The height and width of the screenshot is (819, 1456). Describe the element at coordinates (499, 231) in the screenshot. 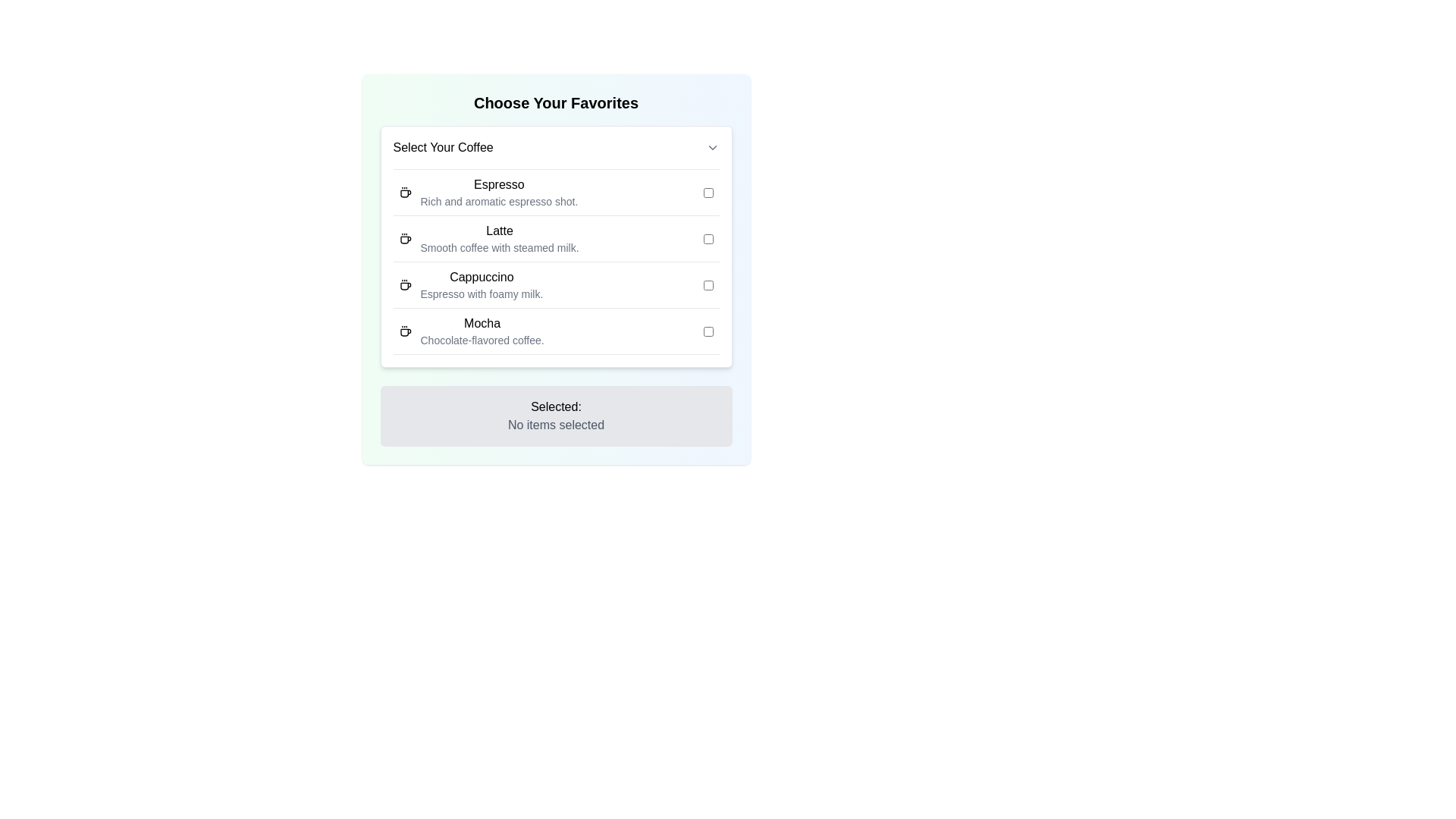

I see `the 'Latte' label in the 'Select Your Coffee' list, which is positioned between 'Espresso' and 'Cappuccino'` at that location.